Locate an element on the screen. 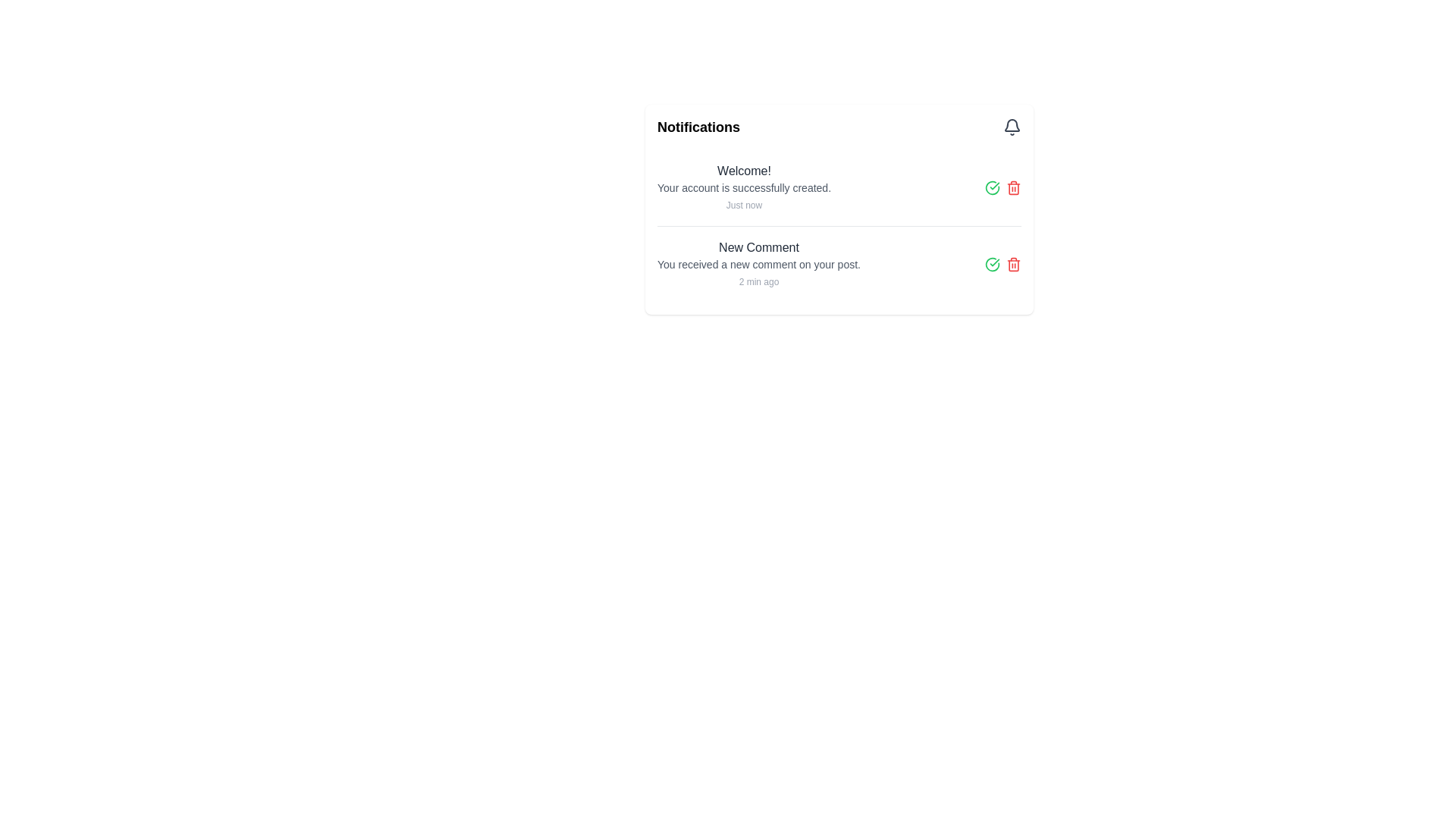 Image resolution: width=1456 pixels, height=819 pixels. the red trash can button in the top notification row is located at coordinates (1014, 187).